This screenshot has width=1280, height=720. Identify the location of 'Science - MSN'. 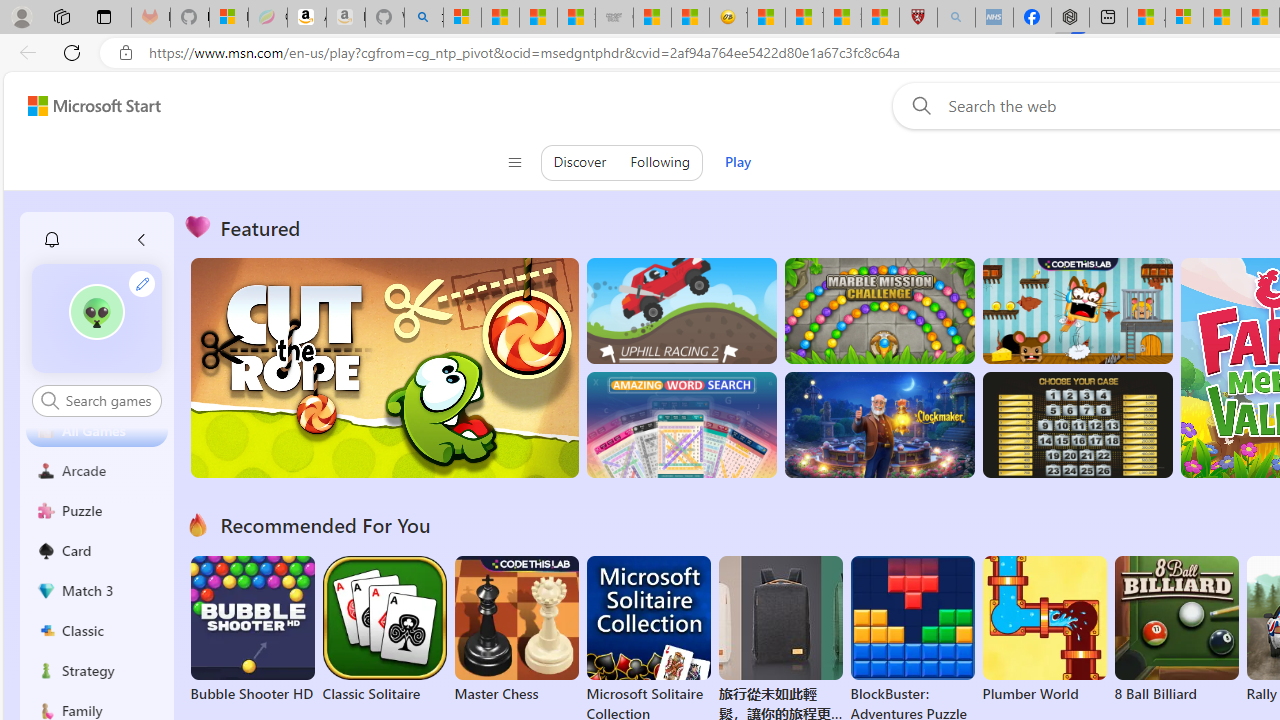
(842, 17).